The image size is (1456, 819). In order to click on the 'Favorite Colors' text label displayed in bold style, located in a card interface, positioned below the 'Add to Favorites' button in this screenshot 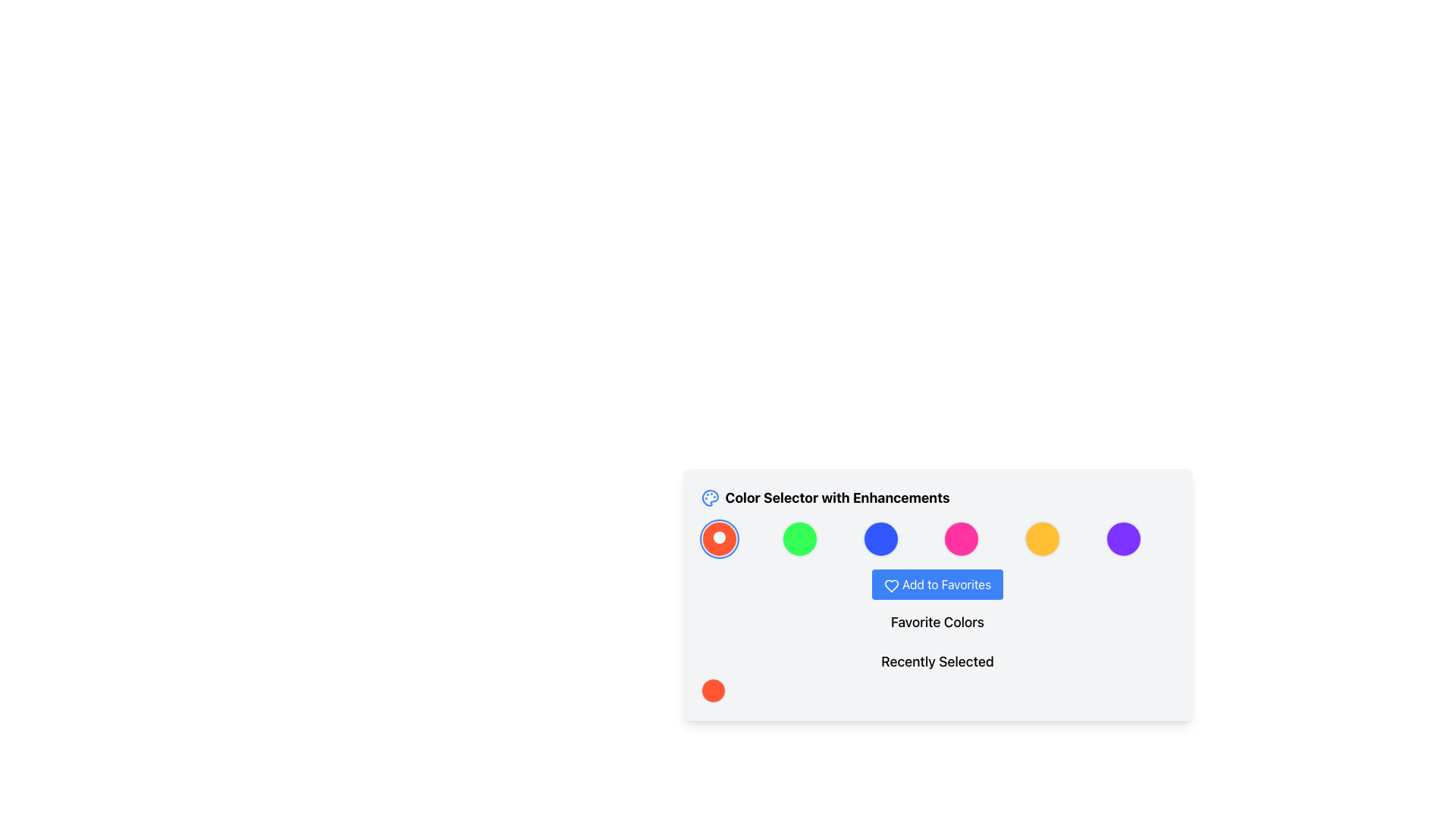, I will do `click(937, 626)`.